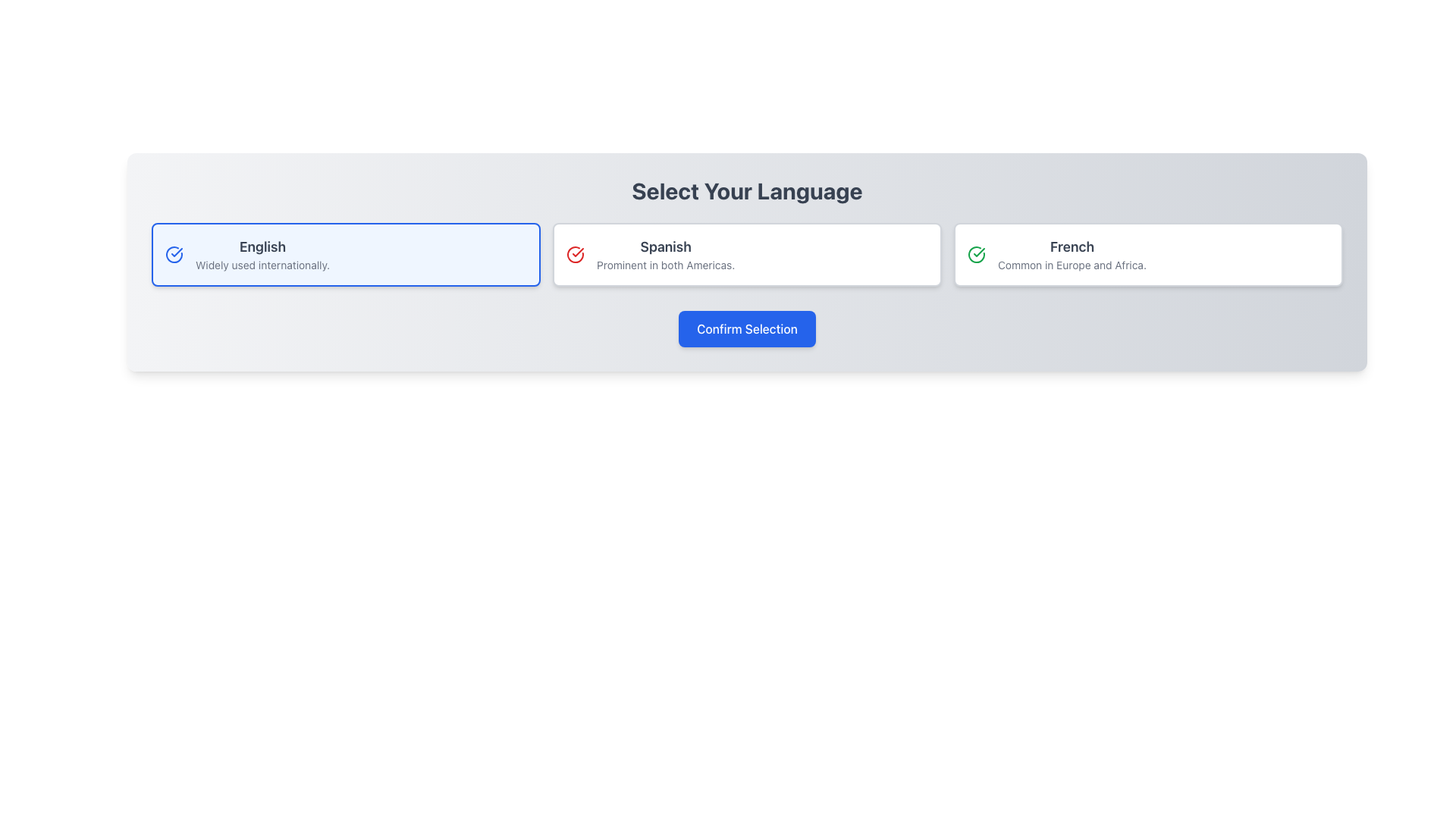 Image resolution: width=1456 pixels, height=819 pixels. Describe the element at coordinates (1072, 265) in the screenshot. I see `the text label providing information about the language 'French', which is located below the title 'French' in the language selection panel` at that location.